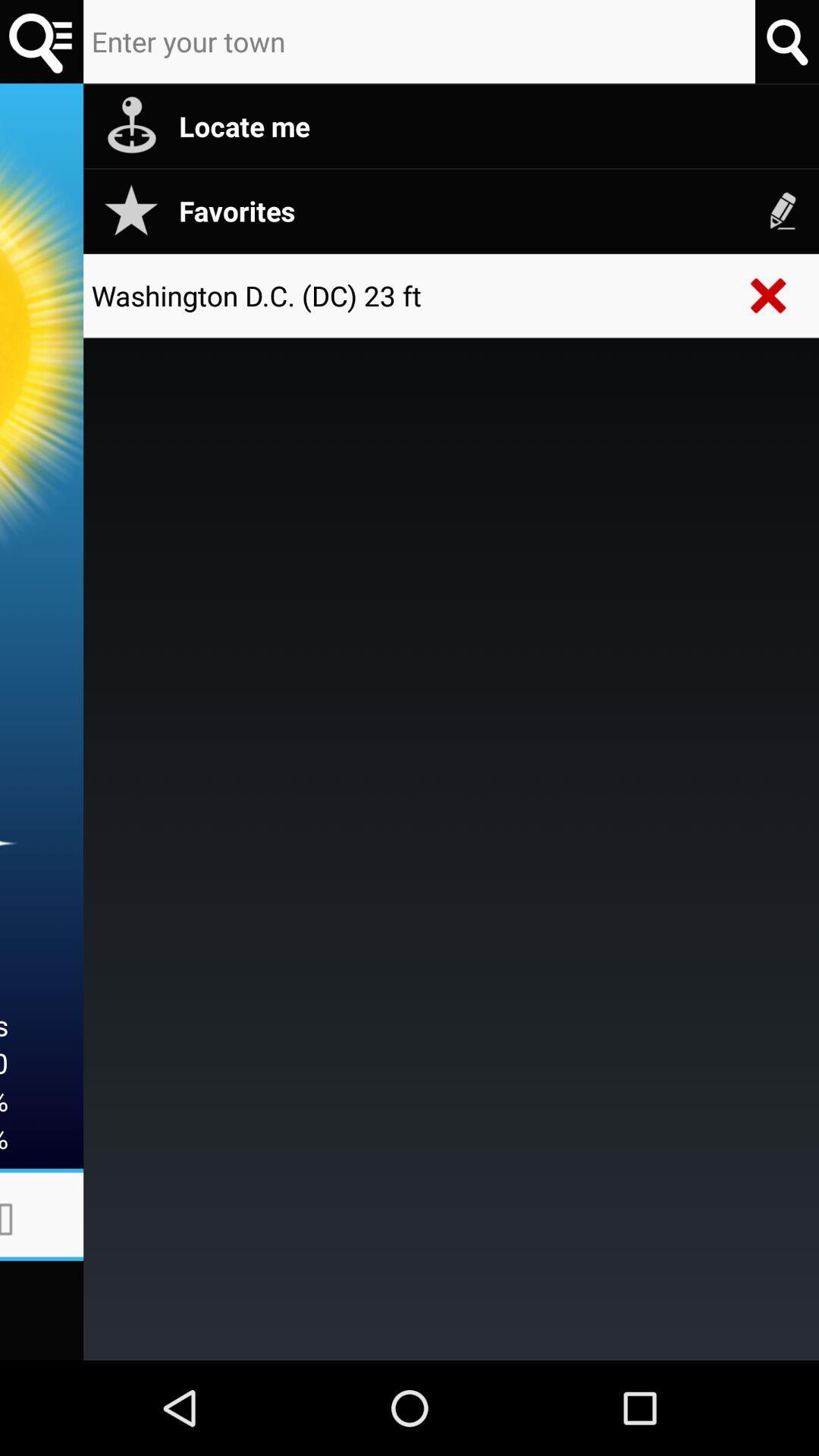  What do you see at coordinates (491, 210) in the screenshot?
I see `item below the locate me app` at bounding box center [491, 210].